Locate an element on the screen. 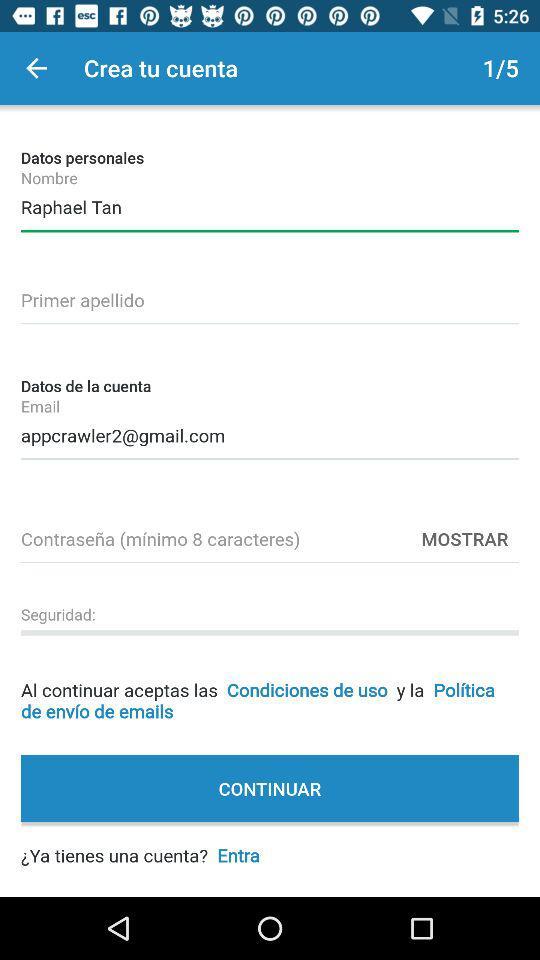  mostrar icon is located at coordinates (464, 537).